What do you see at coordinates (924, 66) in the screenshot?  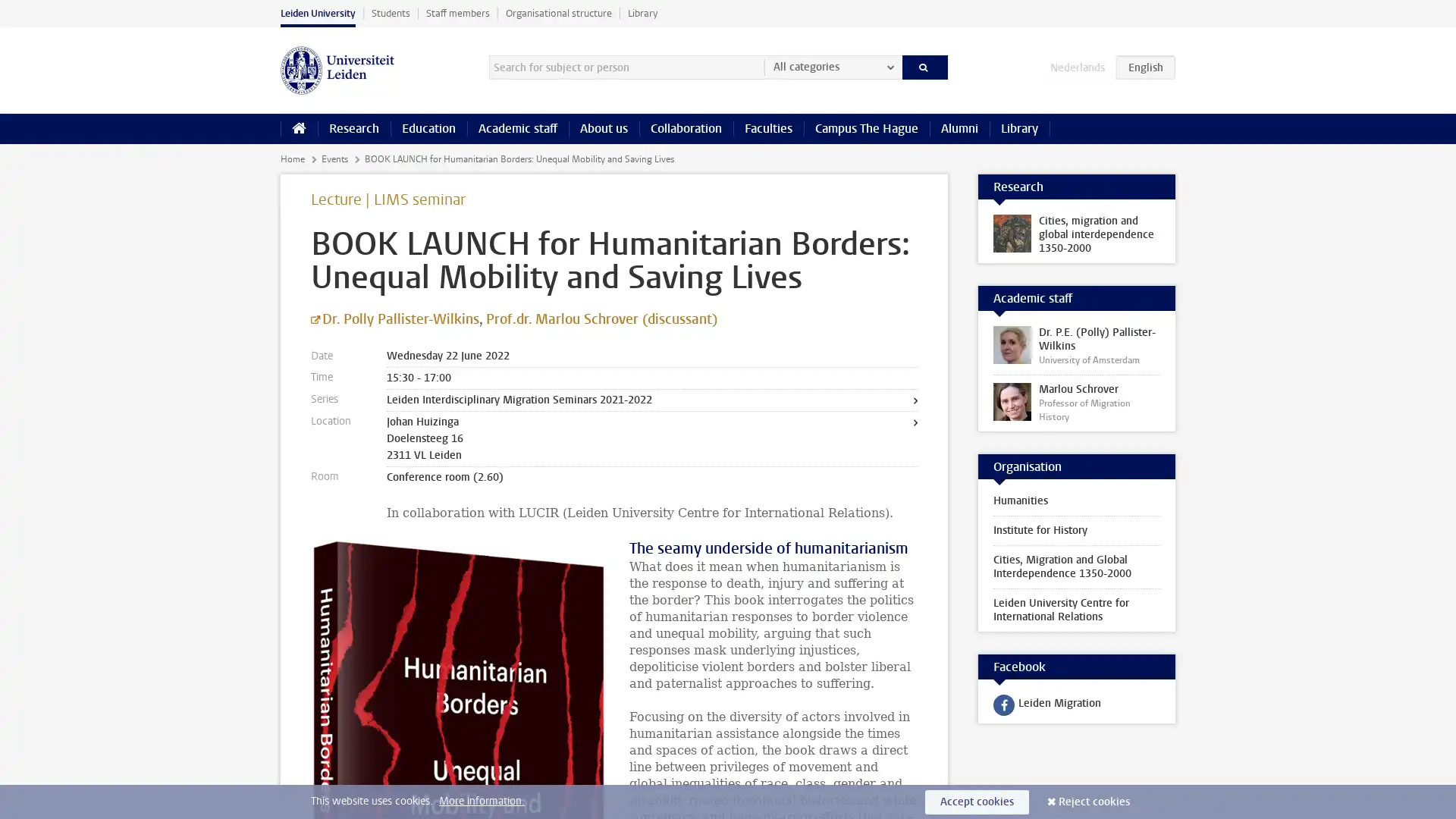 I see `Search` at bounding box center [924, 66].